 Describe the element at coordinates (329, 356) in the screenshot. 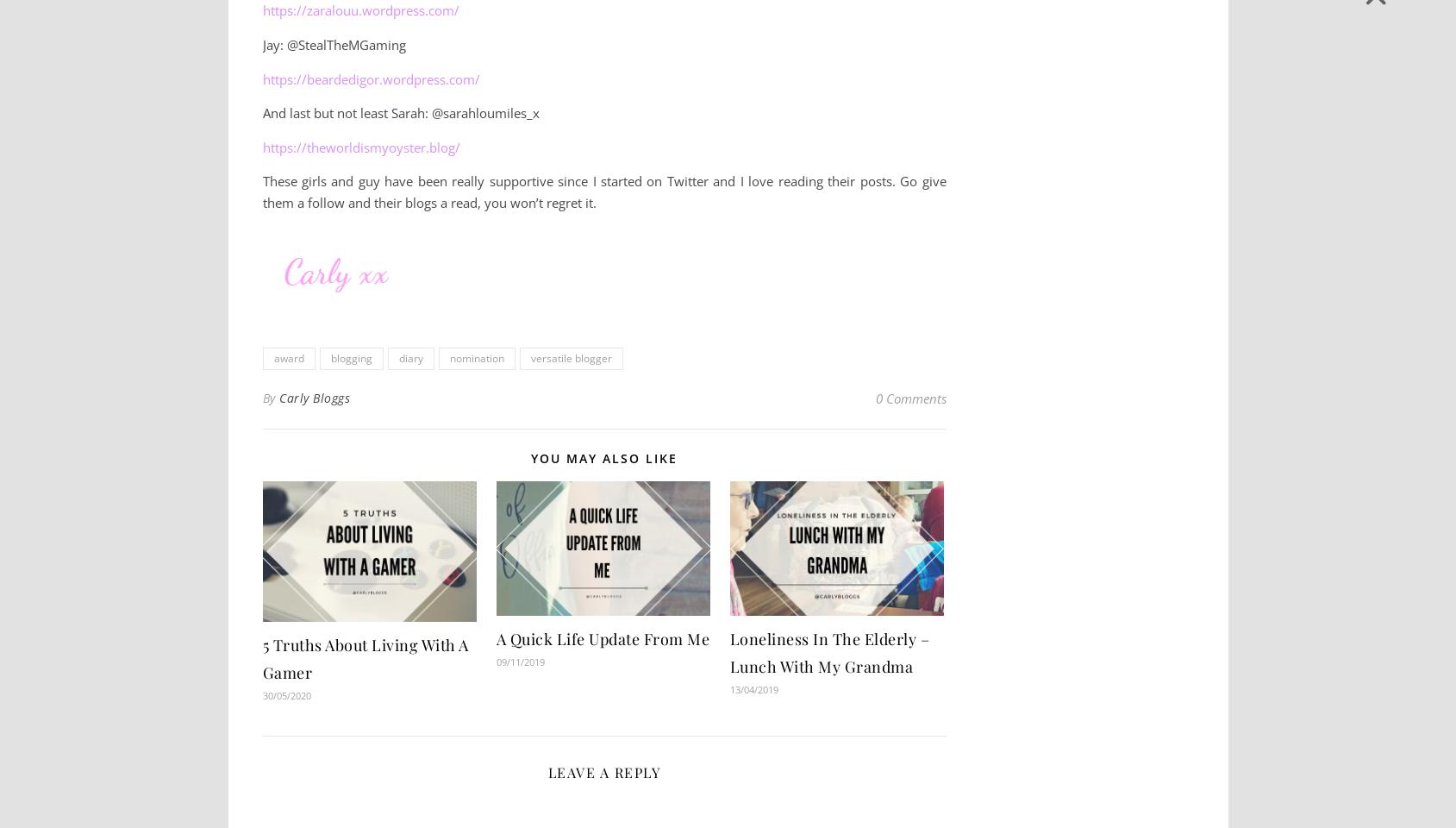

I see `'blogging'` at that location.